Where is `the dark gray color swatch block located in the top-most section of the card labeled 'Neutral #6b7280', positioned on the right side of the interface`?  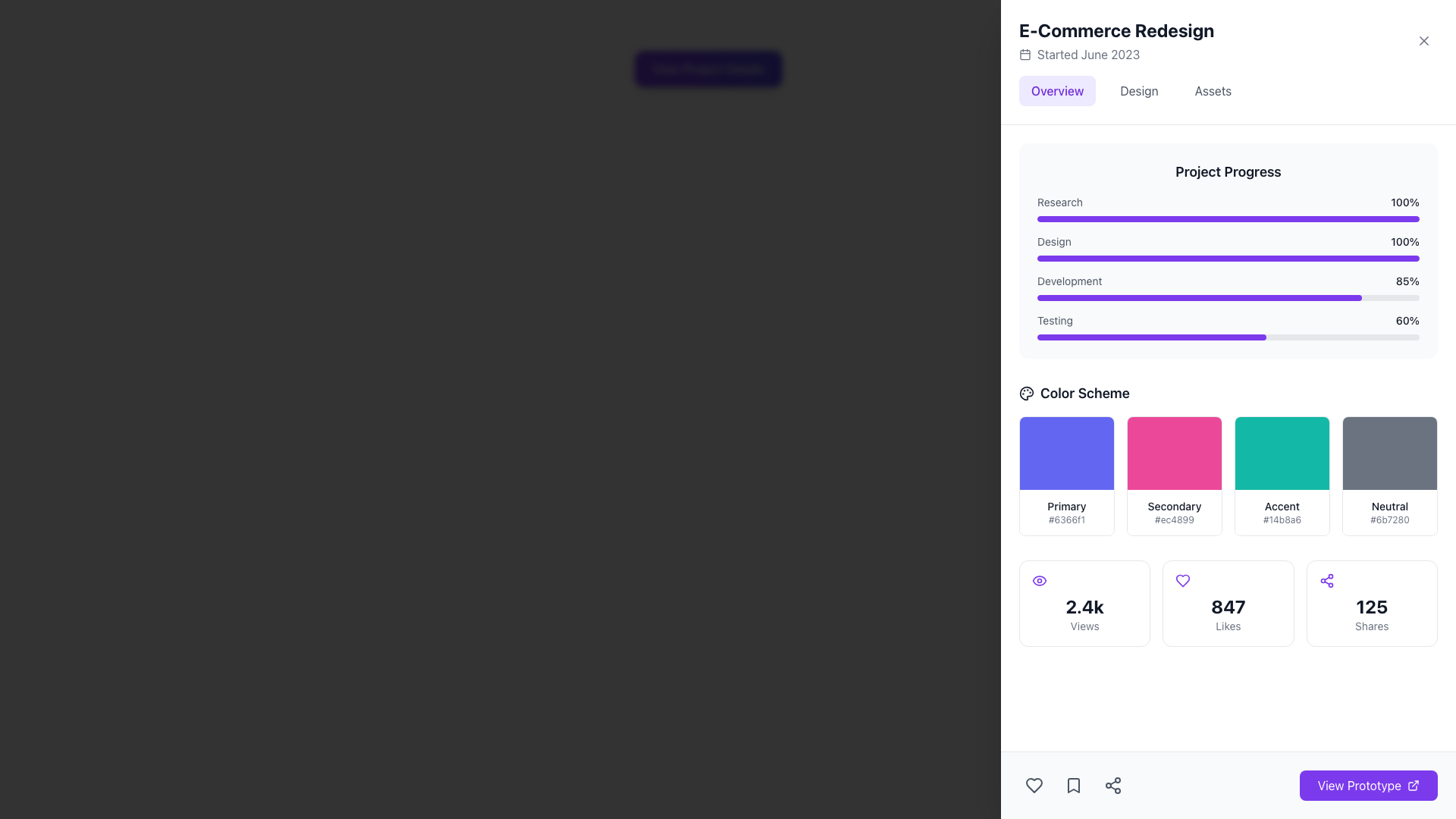 the dark gray color swatch block located in the top-most section of the card labeled 'Neutral #6b7280', positioned on the right side of the interface is located at coordinates (1390, 452).